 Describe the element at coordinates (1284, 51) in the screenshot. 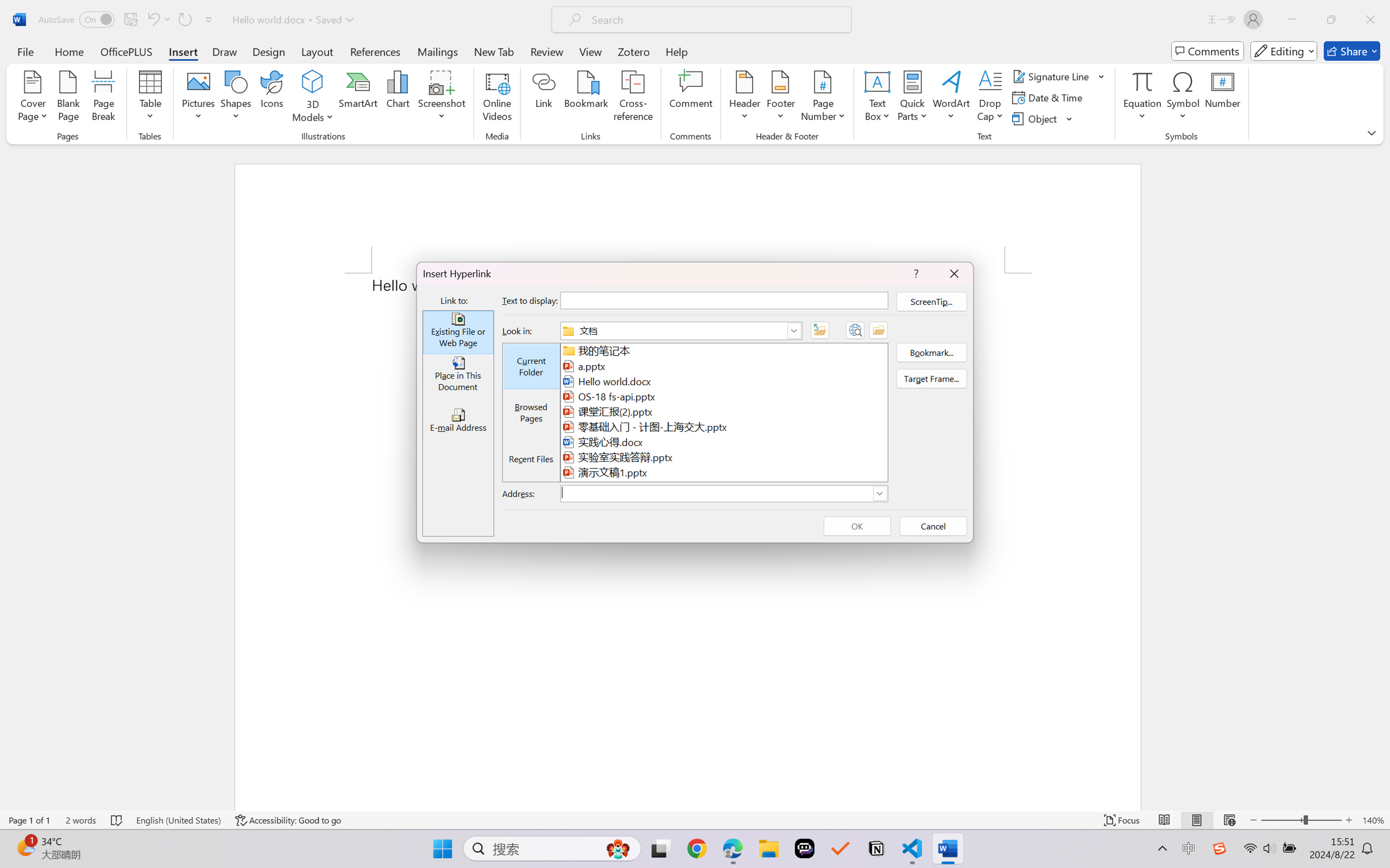

I see `'Mode'` at that location.